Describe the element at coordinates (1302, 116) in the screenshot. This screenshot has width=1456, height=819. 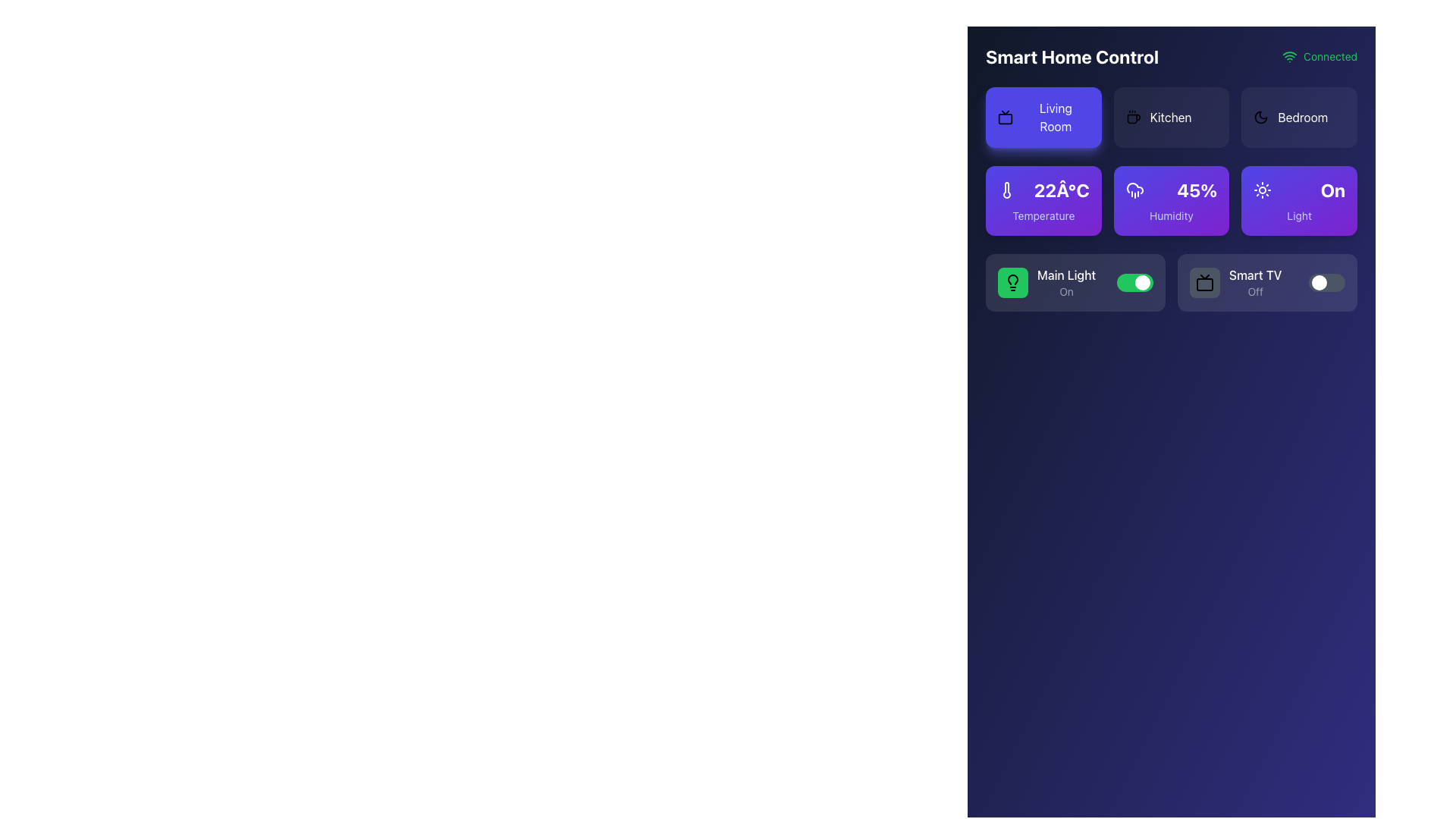
I see `the 'Bedroom' button located in the top-right section of the interface` at that location.